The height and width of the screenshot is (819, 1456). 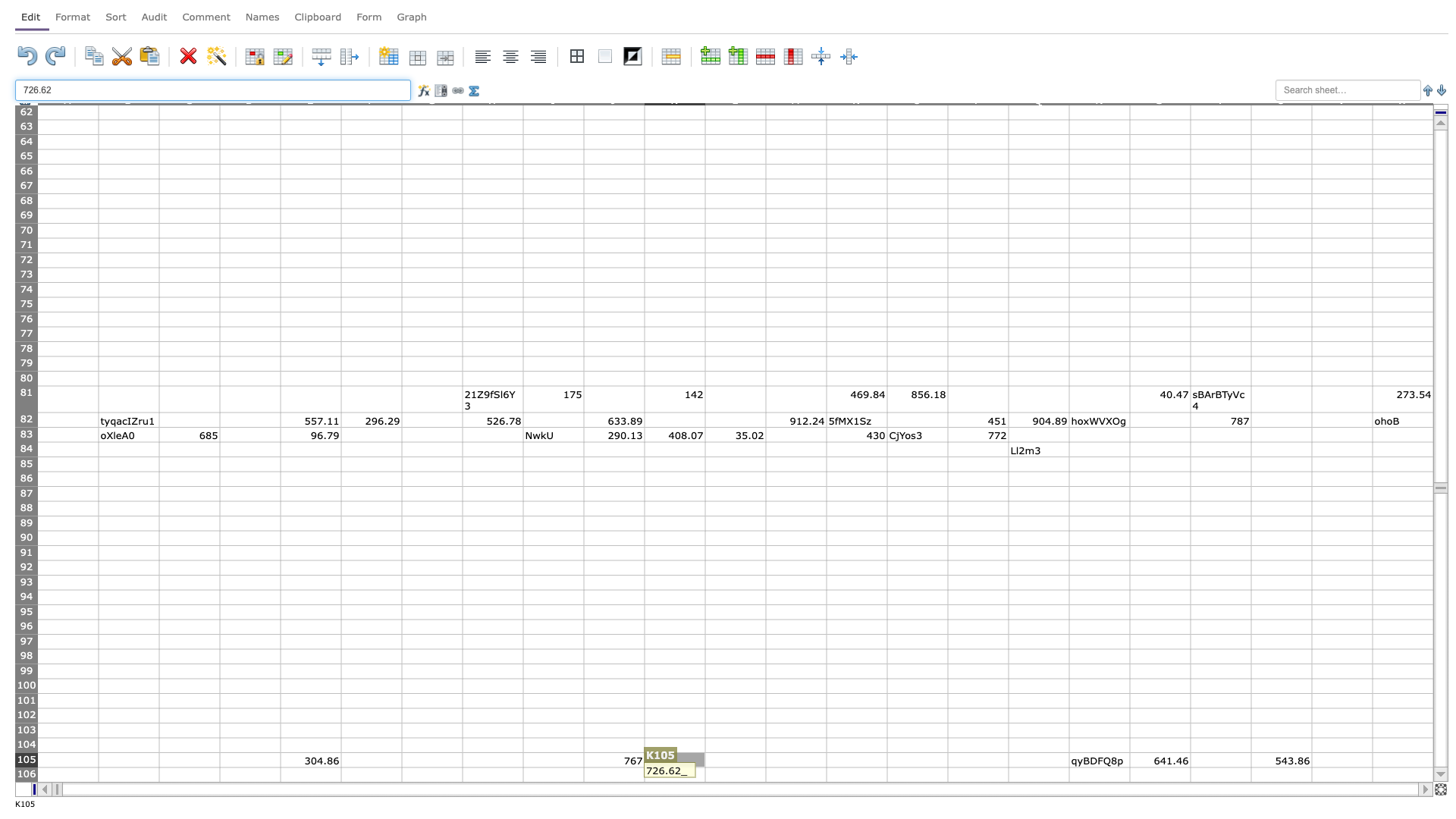 I want to click on Right side of cell L106, so click(x=765, y=774).